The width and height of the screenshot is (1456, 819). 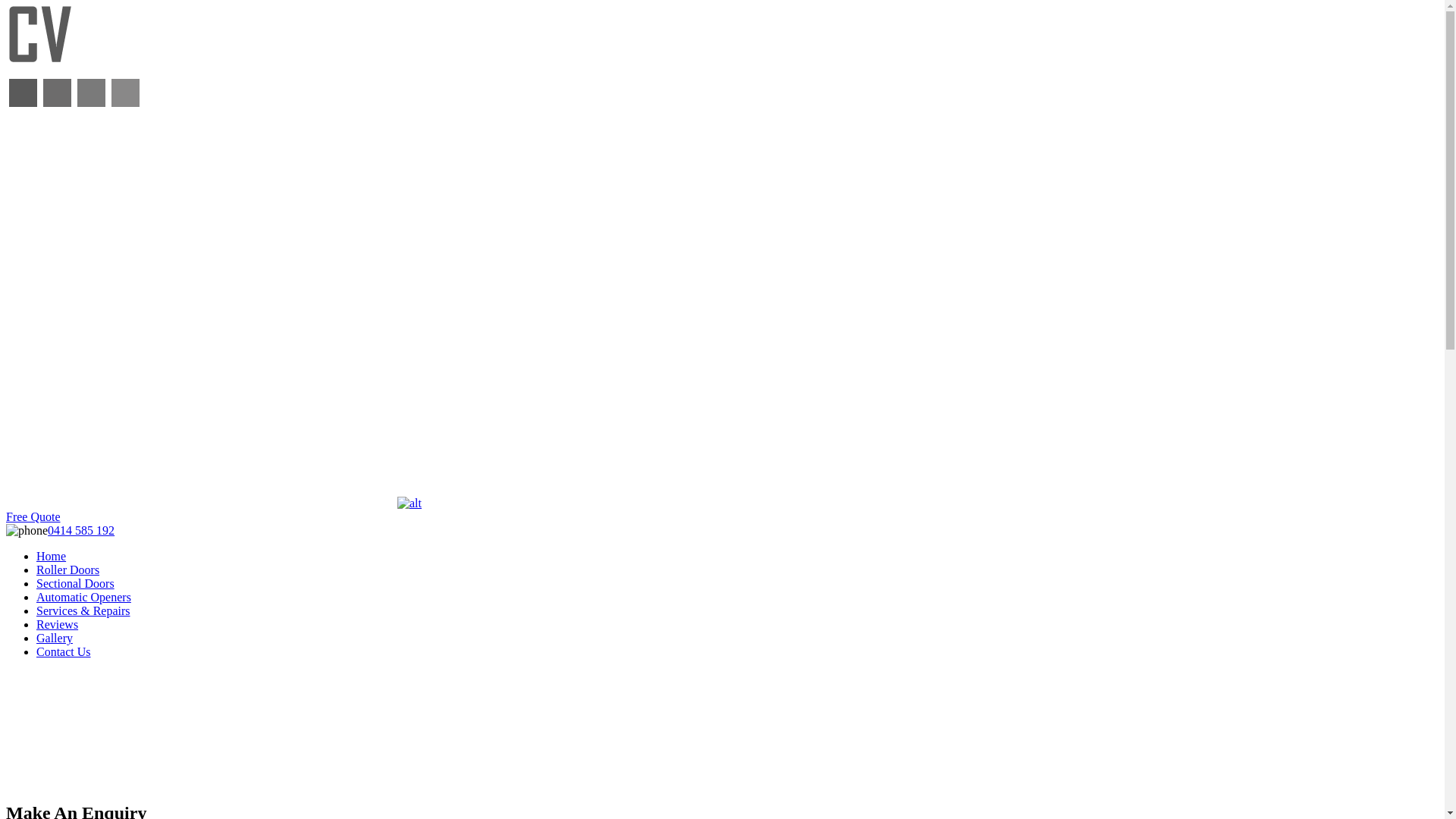 What do you see at coordinates (55, 638) in the screenshot?
I see `'Gallery'` at bounding box center [55, 638].